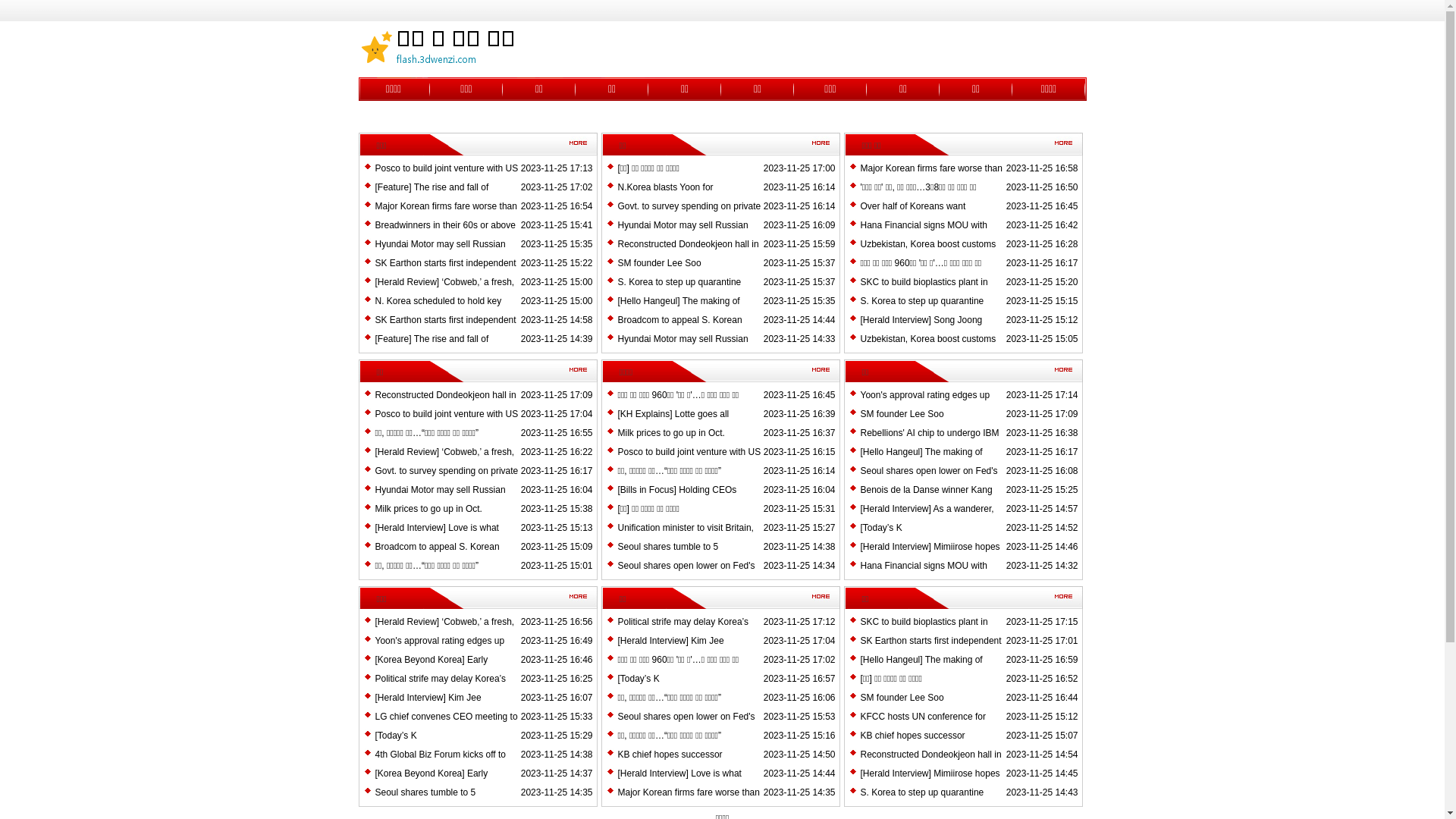 This screenshot has height=819, width=1456. Describe the element at coordinates (445, 177) in the screenshot. I see `'Posco to build joint venture with US grain company'` at that location.